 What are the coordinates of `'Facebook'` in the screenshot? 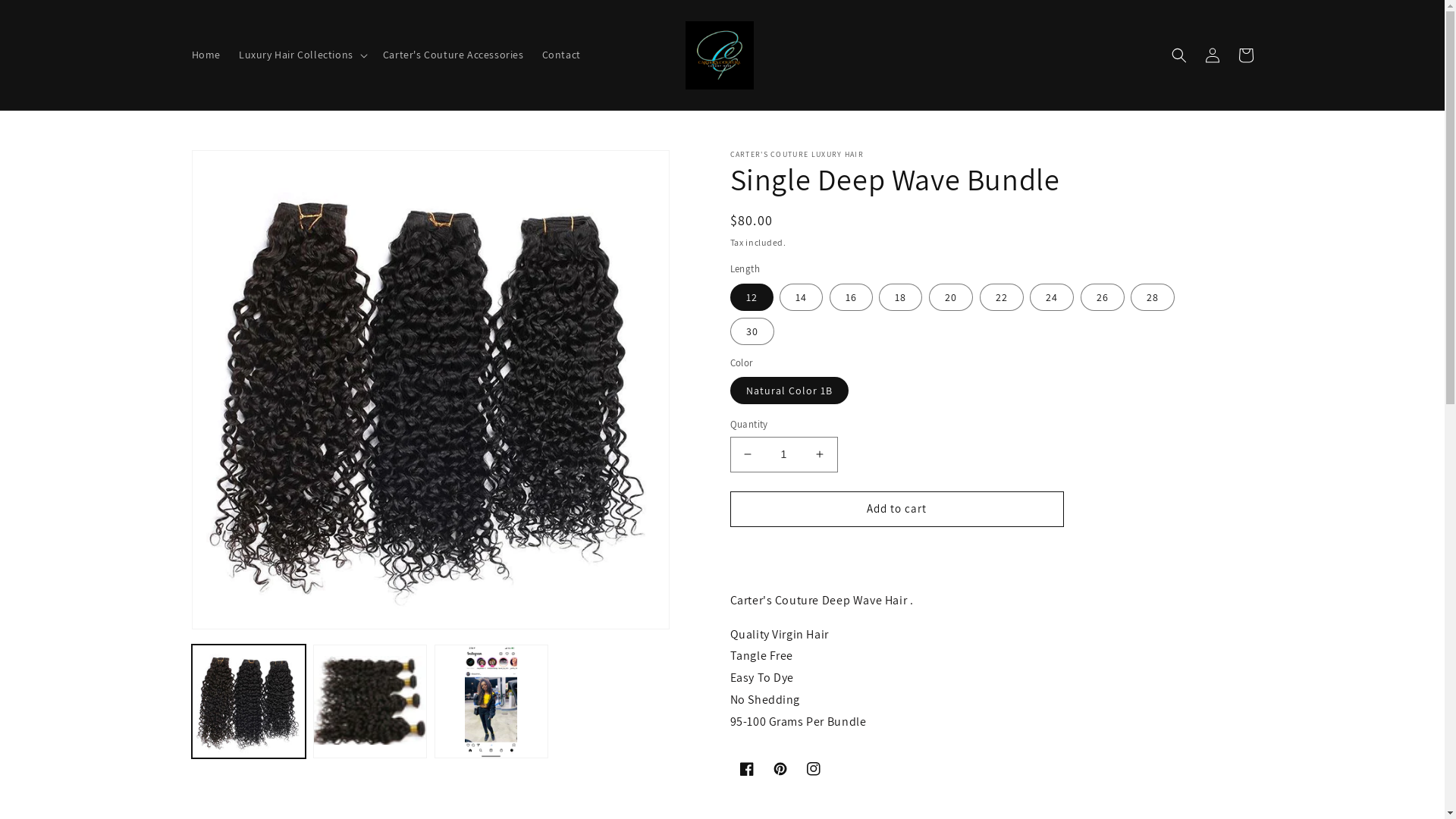 It's located at (745, 769).